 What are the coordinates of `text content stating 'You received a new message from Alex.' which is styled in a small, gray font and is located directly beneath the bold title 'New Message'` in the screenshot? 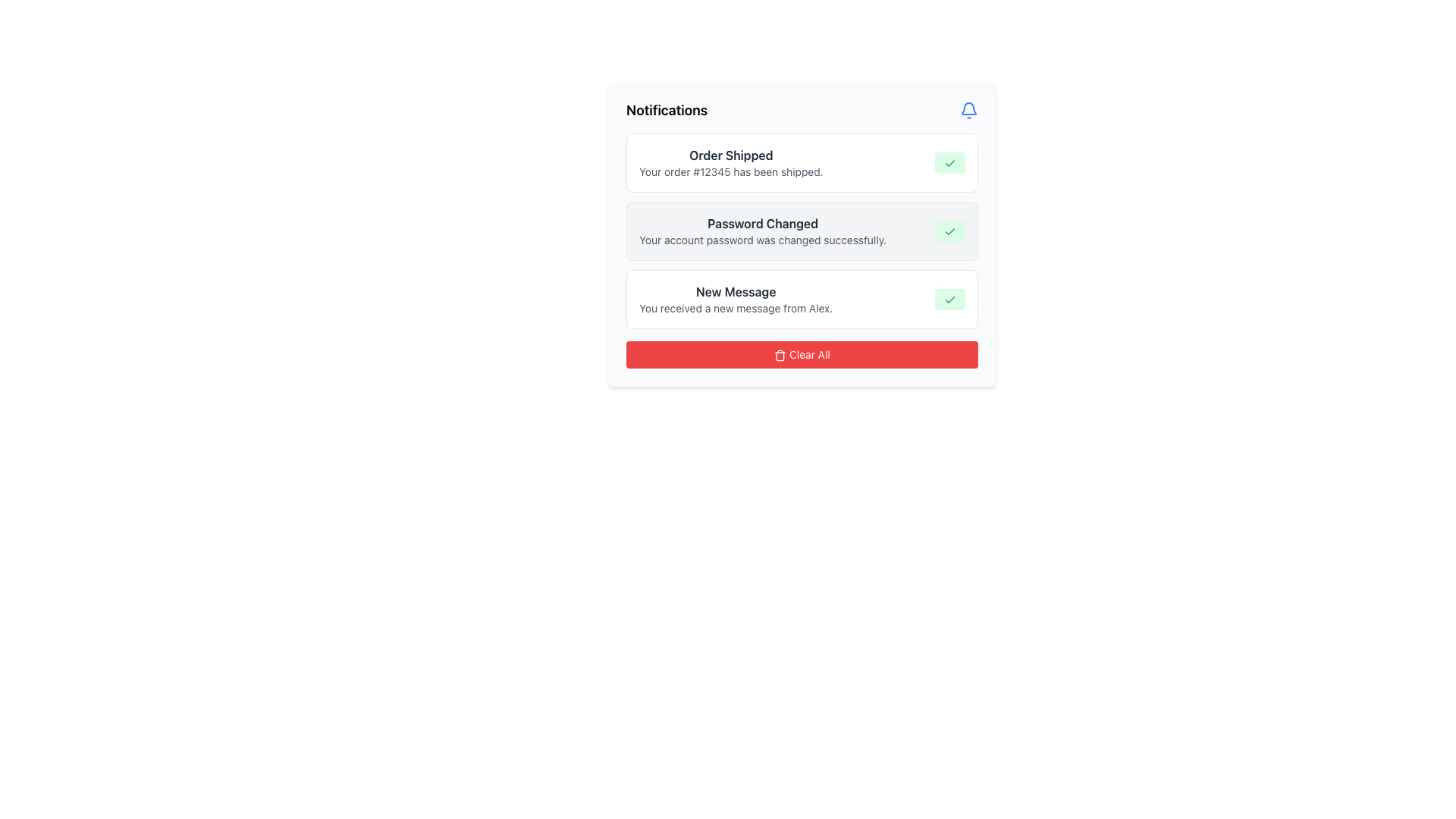 It's located at (736, 308).